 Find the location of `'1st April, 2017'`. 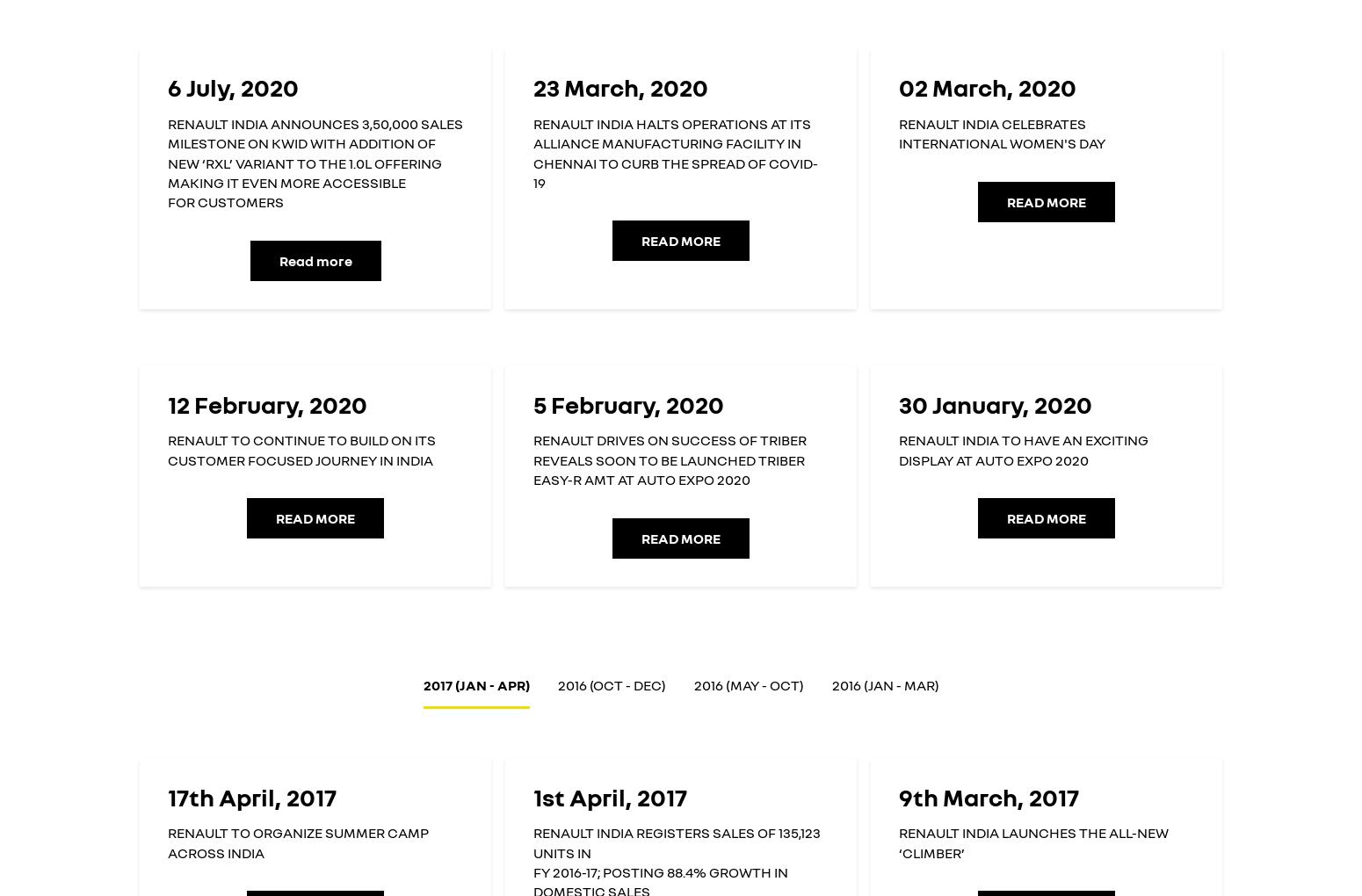

'1st April, 2017' is located at coordinates (532, 796).